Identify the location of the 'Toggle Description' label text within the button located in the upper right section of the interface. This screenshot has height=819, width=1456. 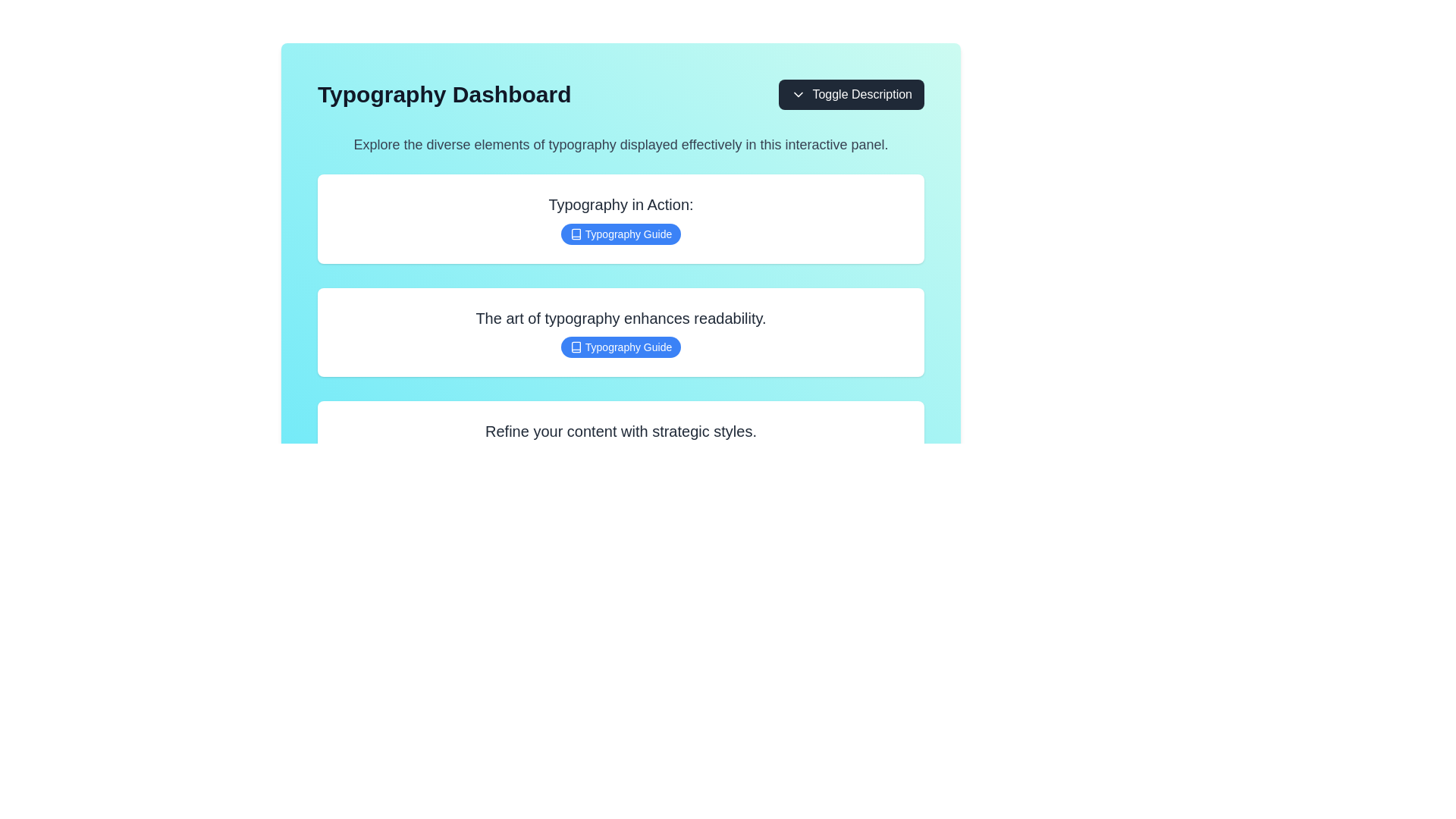
(862, 94).